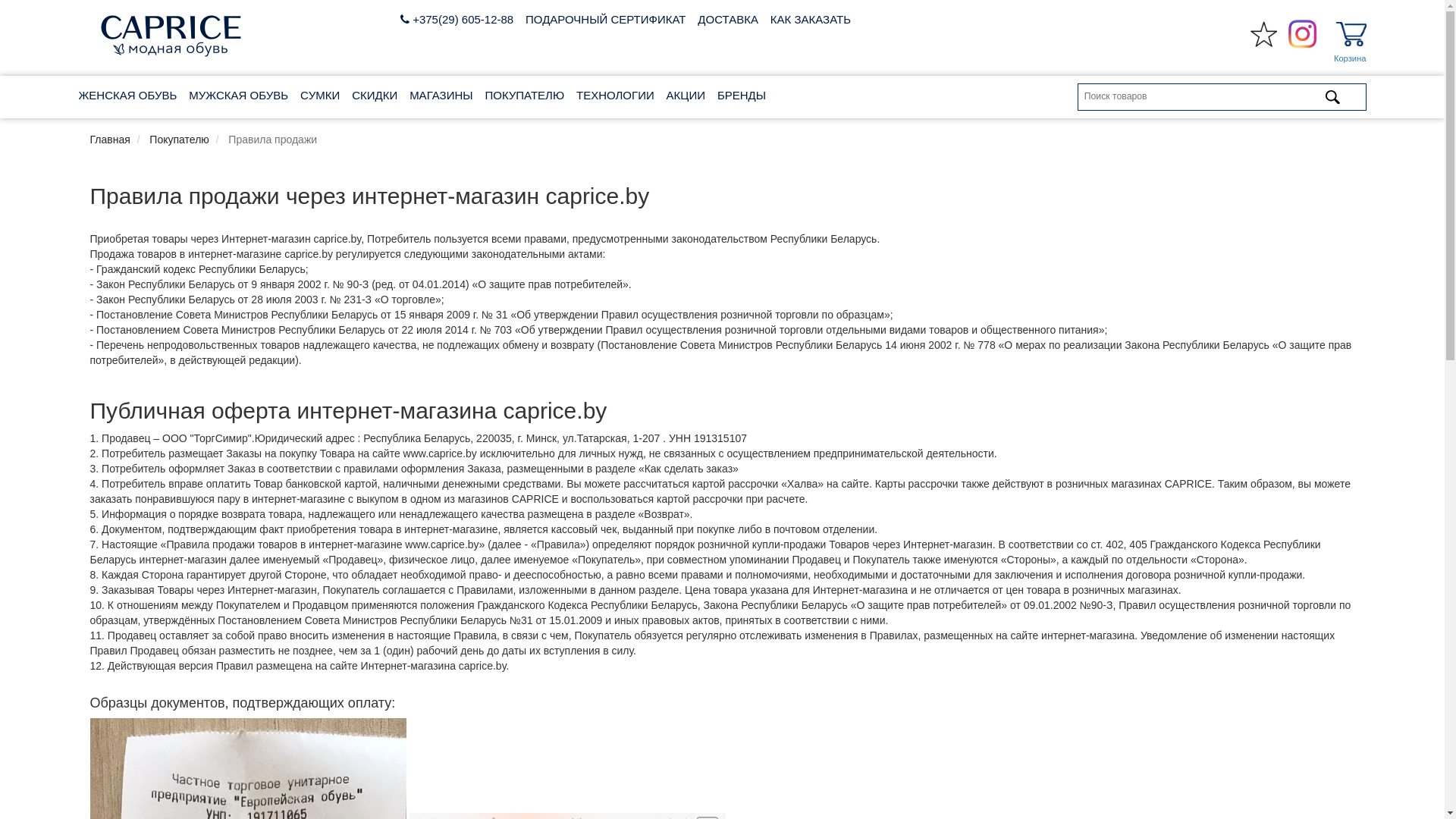  I want to click on '+375(29) 605-12-88', so click(400, 19).